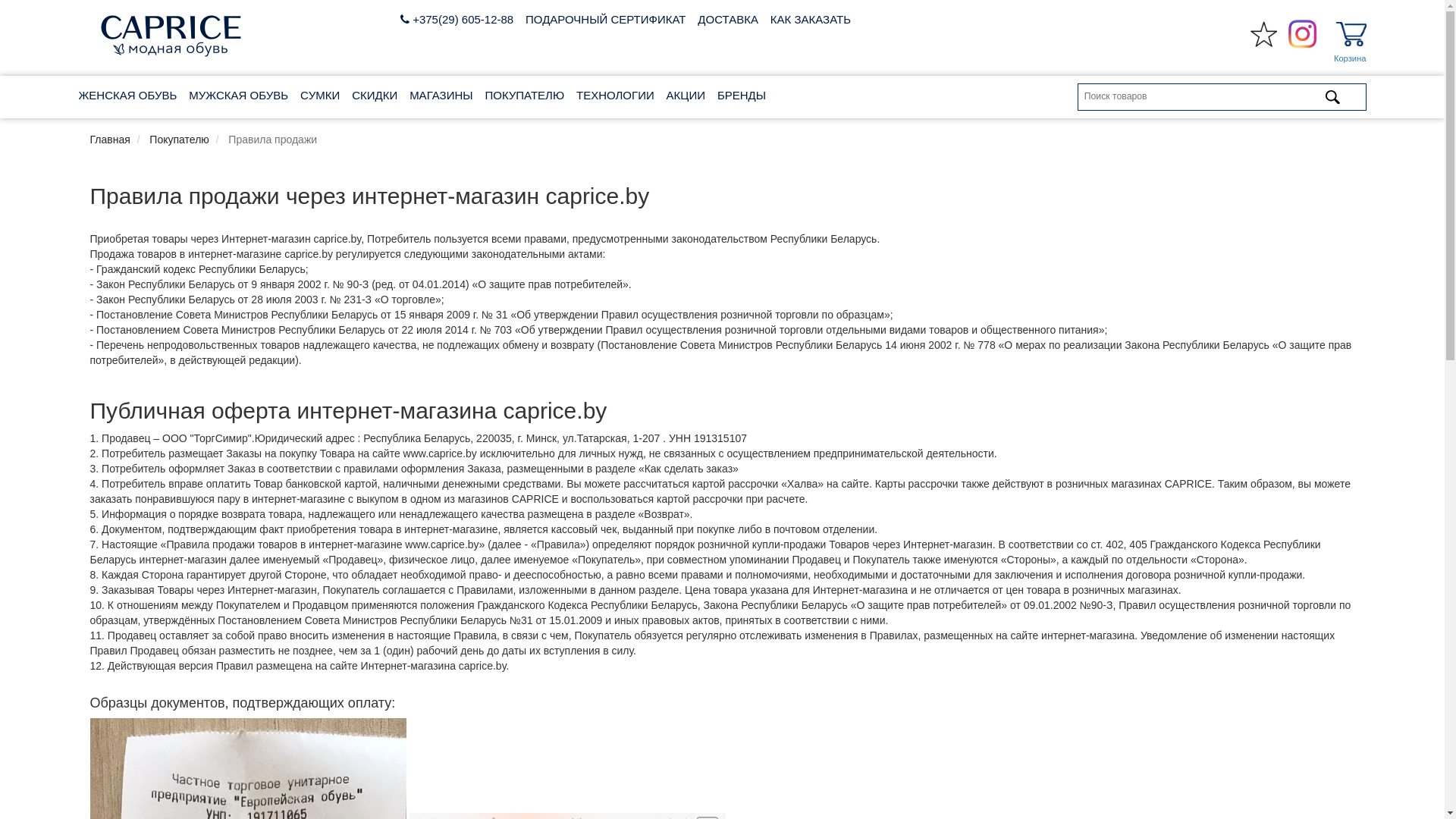  I want to click on '+375(29) 605-12-88', so click(400, 19).